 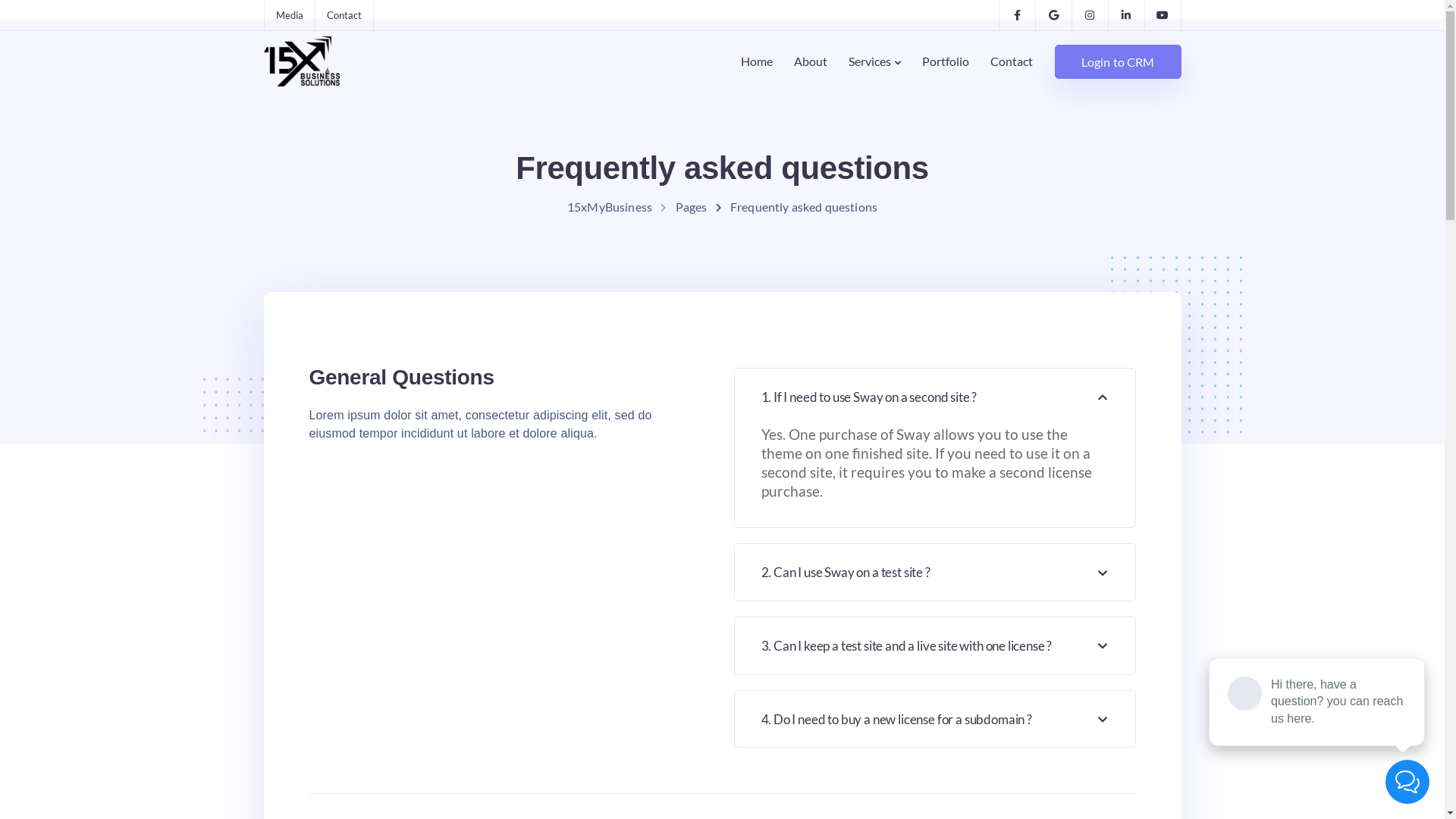 What do you see at coordinates (837, 562) in the screenshot?
I see `'15X Intake Form'` at bounding box center [837, 562].